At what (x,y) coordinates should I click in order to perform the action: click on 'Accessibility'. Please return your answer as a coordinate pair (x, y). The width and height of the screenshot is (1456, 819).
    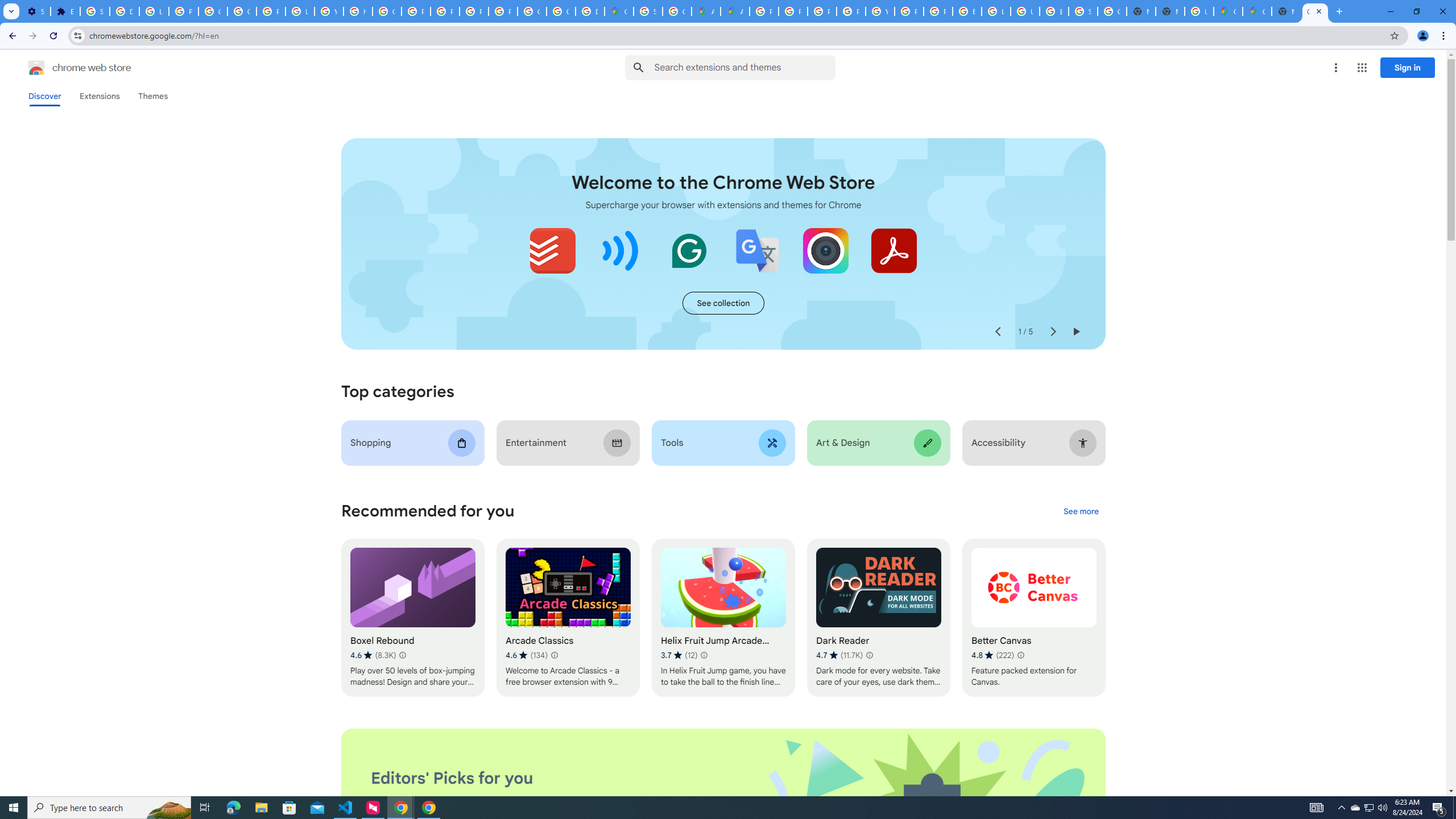
    Looking at the image, I should click on (1033, 442).